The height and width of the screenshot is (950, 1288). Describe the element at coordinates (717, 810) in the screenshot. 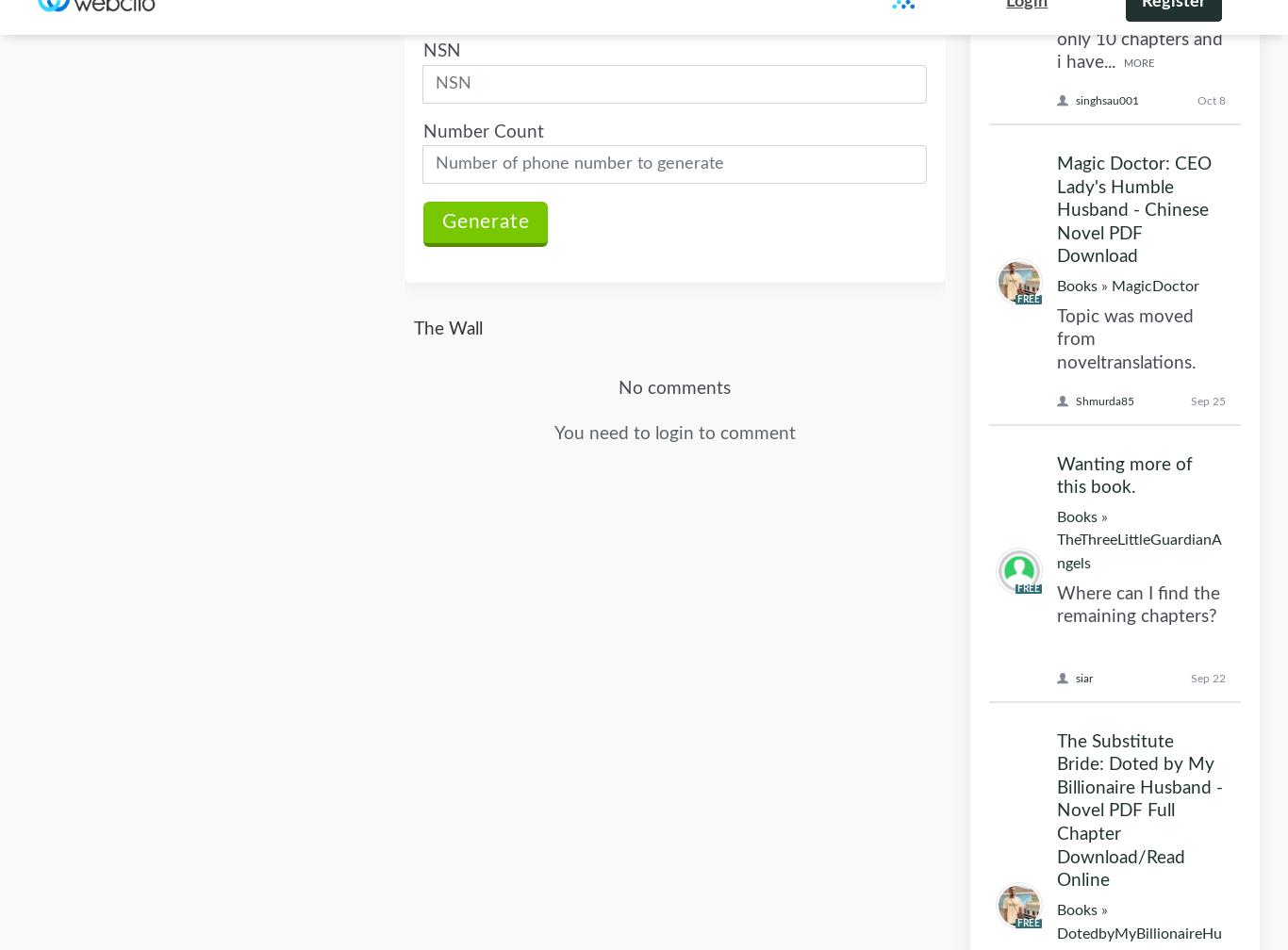

I see `'Privacy Policy'` at that location.